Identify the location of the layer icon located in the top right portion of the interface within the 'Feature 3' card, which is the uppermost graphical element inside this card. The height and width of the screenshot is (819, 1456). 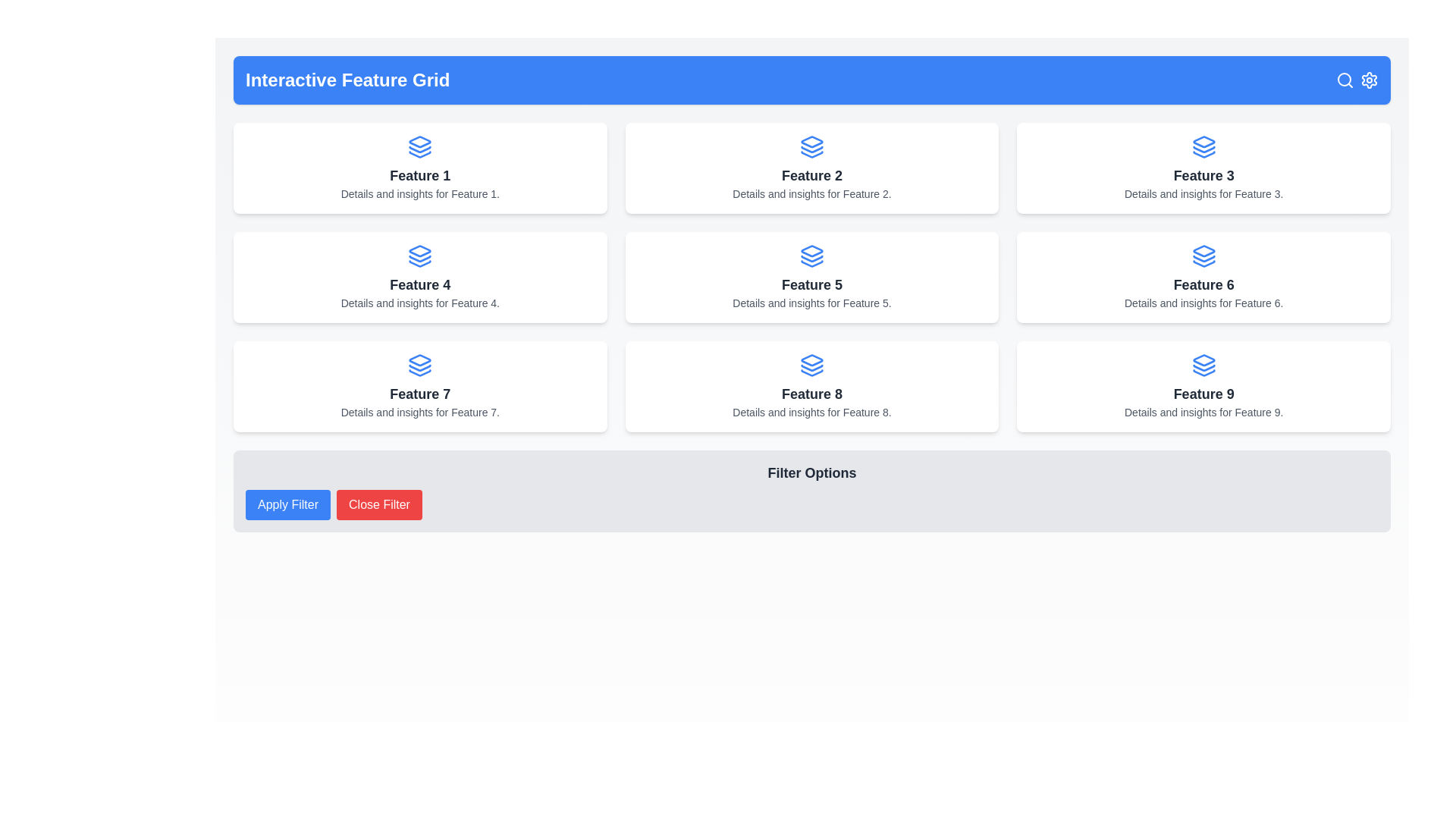
(1203, 142).